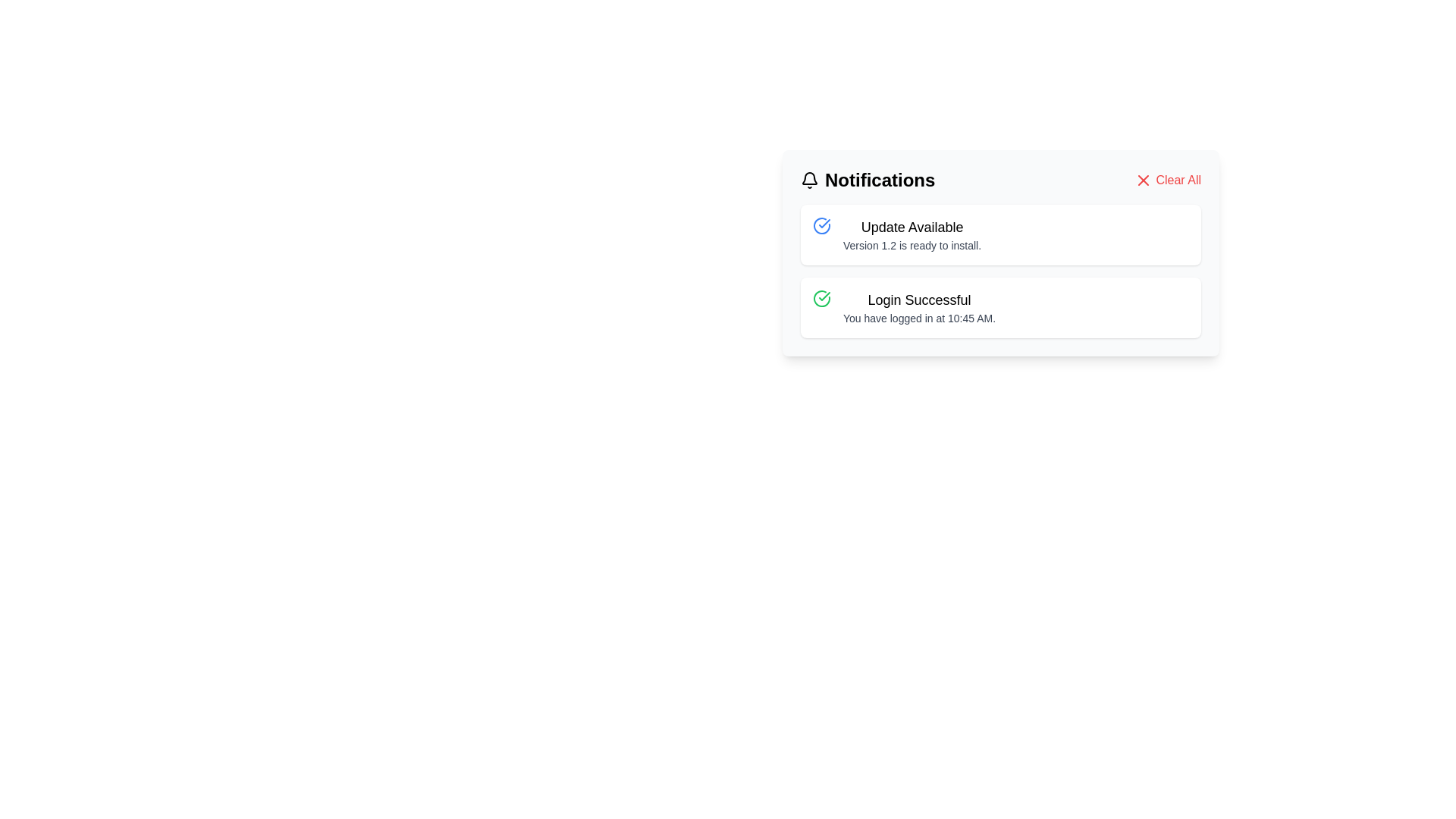 This screenshot has width=1456, height=819. What do you see at coordinates (821, 225) in the screenshot?
I see `the blue checkmark icon located in the upper-left corner of the 'Update Available' notification card` at bounding box center [821, 225].